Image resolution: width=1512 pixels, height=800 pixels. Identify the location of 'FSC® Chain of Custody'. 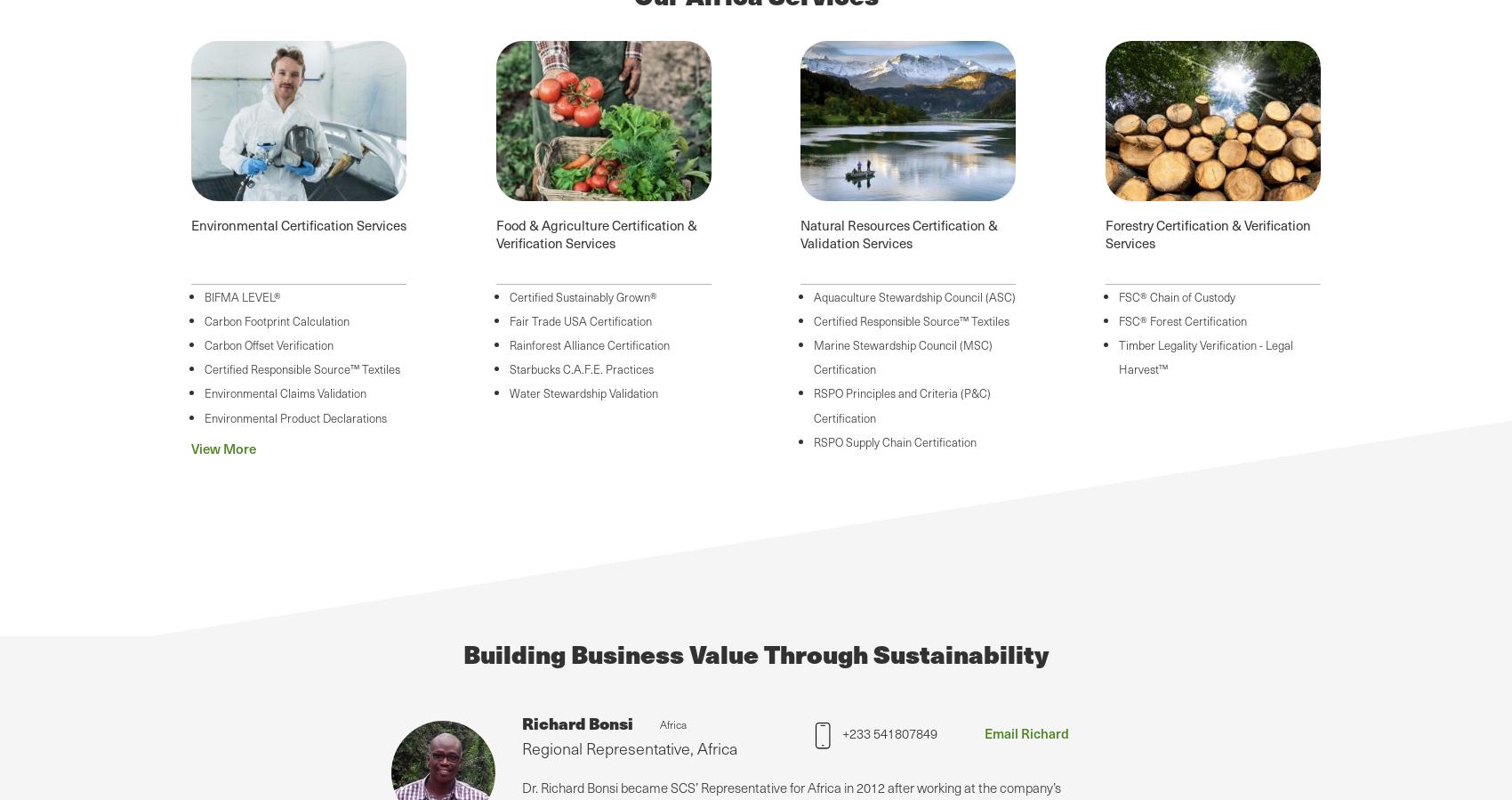
(1116, 295).